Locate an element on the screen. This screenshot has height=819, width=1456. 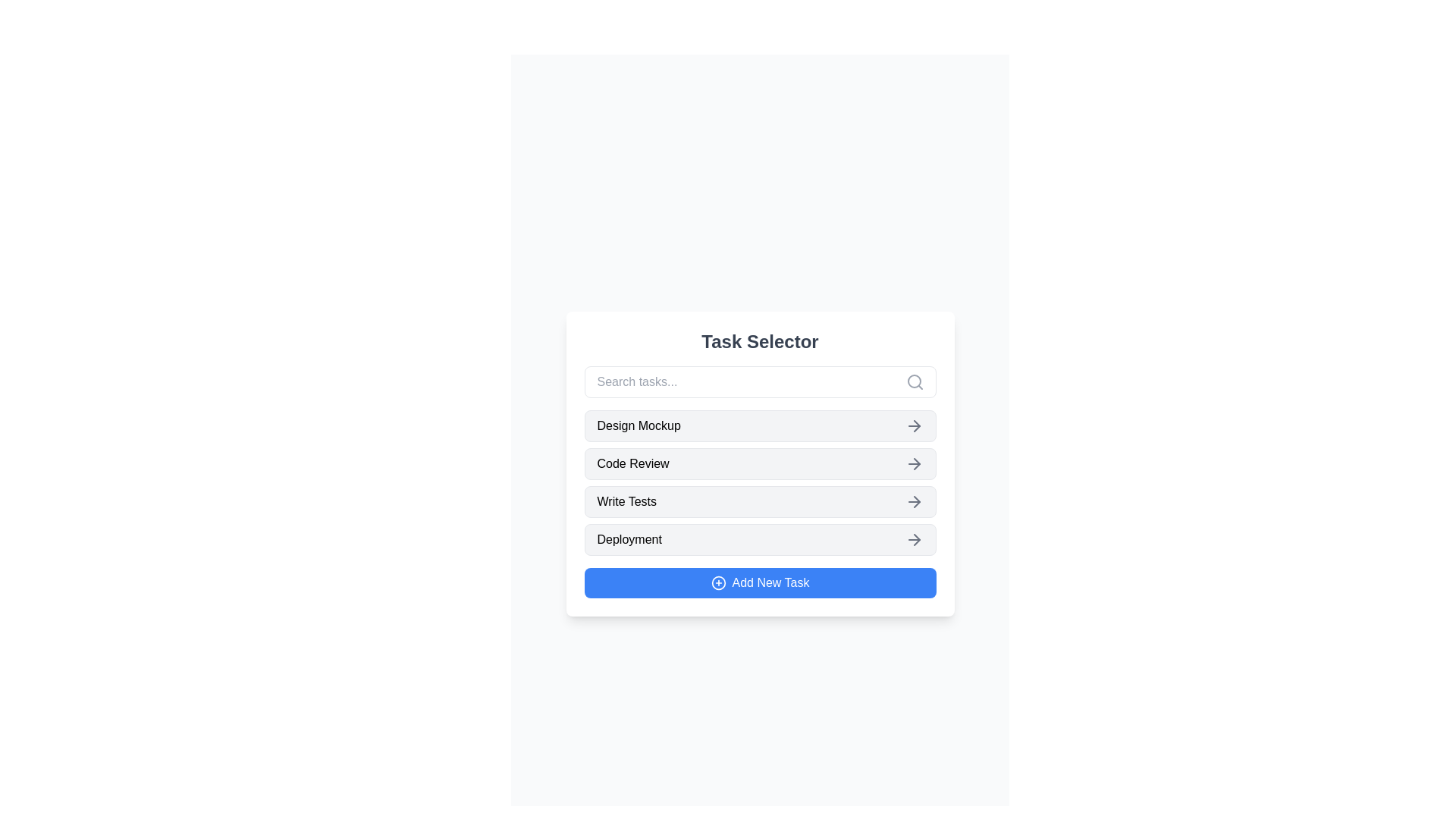
the task items in the vertically stacked list of selectable options within the 'Task Selector' box is located at coordinates (760, 482).